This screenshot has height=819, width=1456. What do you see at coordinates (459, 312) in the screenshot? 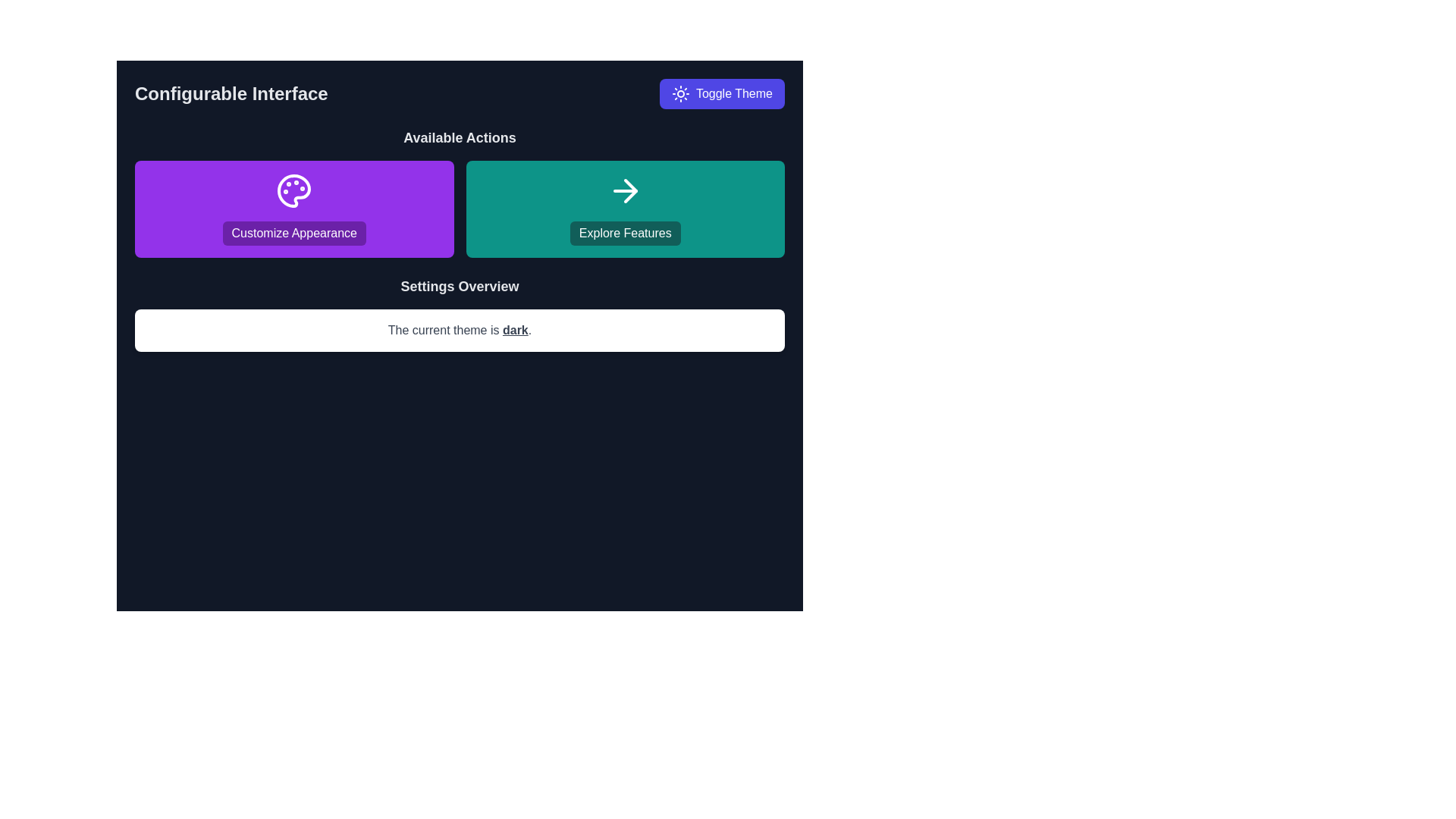
I see `the underlined word 'dark' in the text block that provides feedback about the current theme setting, located centrally near the bottom of the main visible area under 'Customize Appearance' and 'Explore Features.'` at bounding box center [459, 312].